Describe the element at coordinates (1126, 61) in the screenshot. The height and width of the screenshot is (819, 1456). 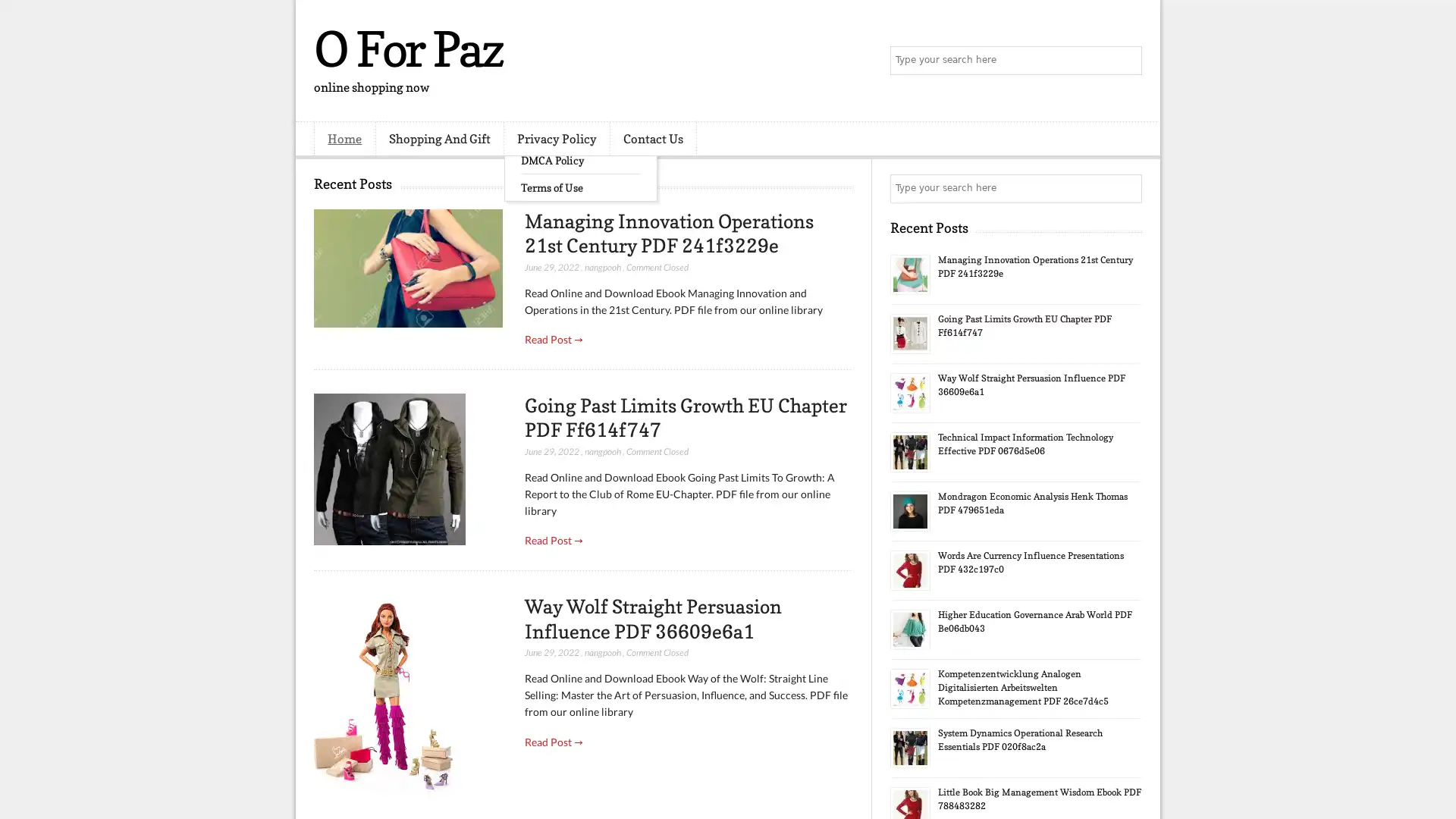
I see `Search` at that location.